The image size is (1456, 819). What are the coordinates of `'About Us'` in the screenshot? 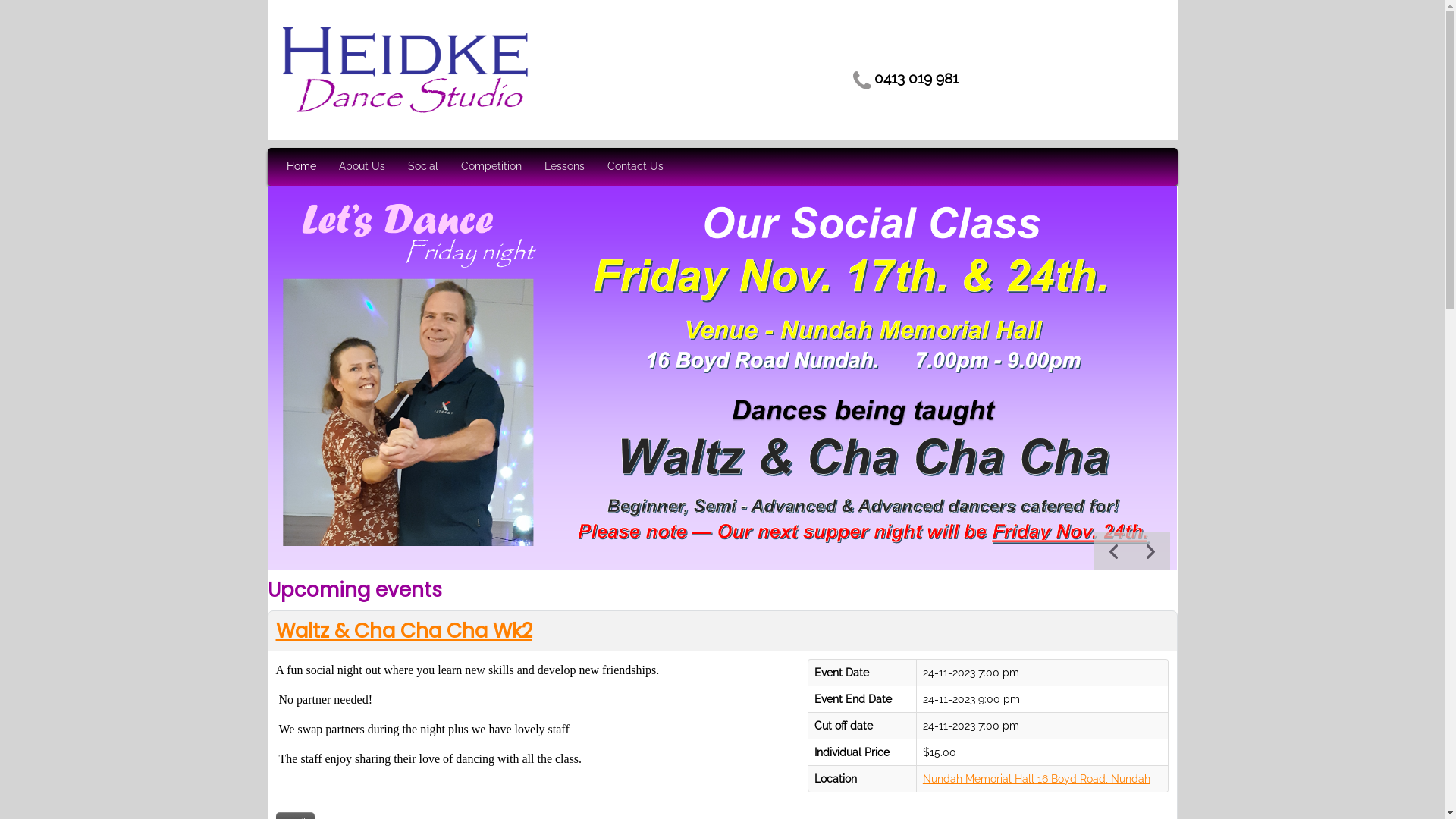 It's located at (360, 166).